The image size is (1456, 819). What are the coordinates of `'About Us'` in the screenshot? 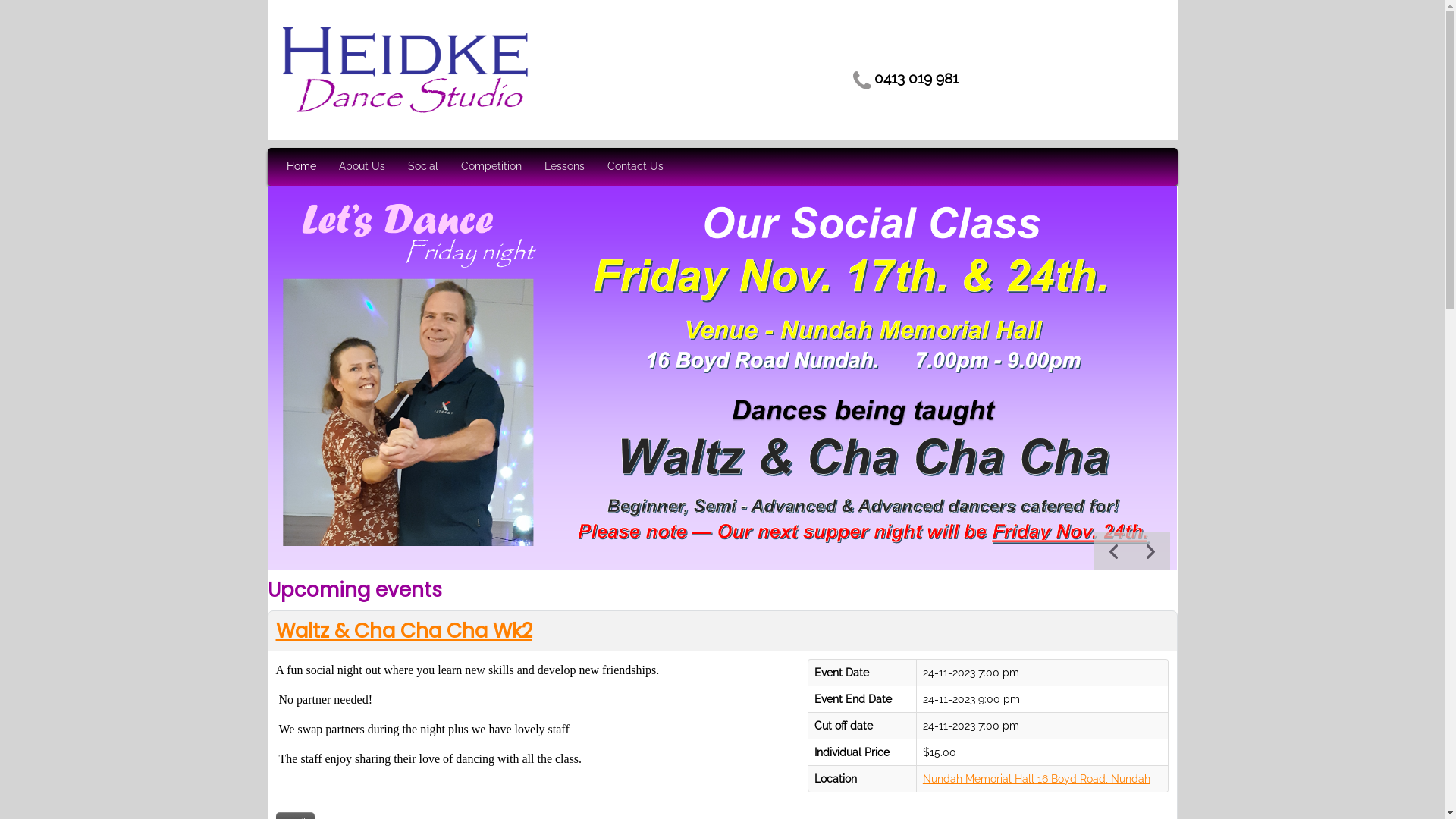 It's located at (360, 166).